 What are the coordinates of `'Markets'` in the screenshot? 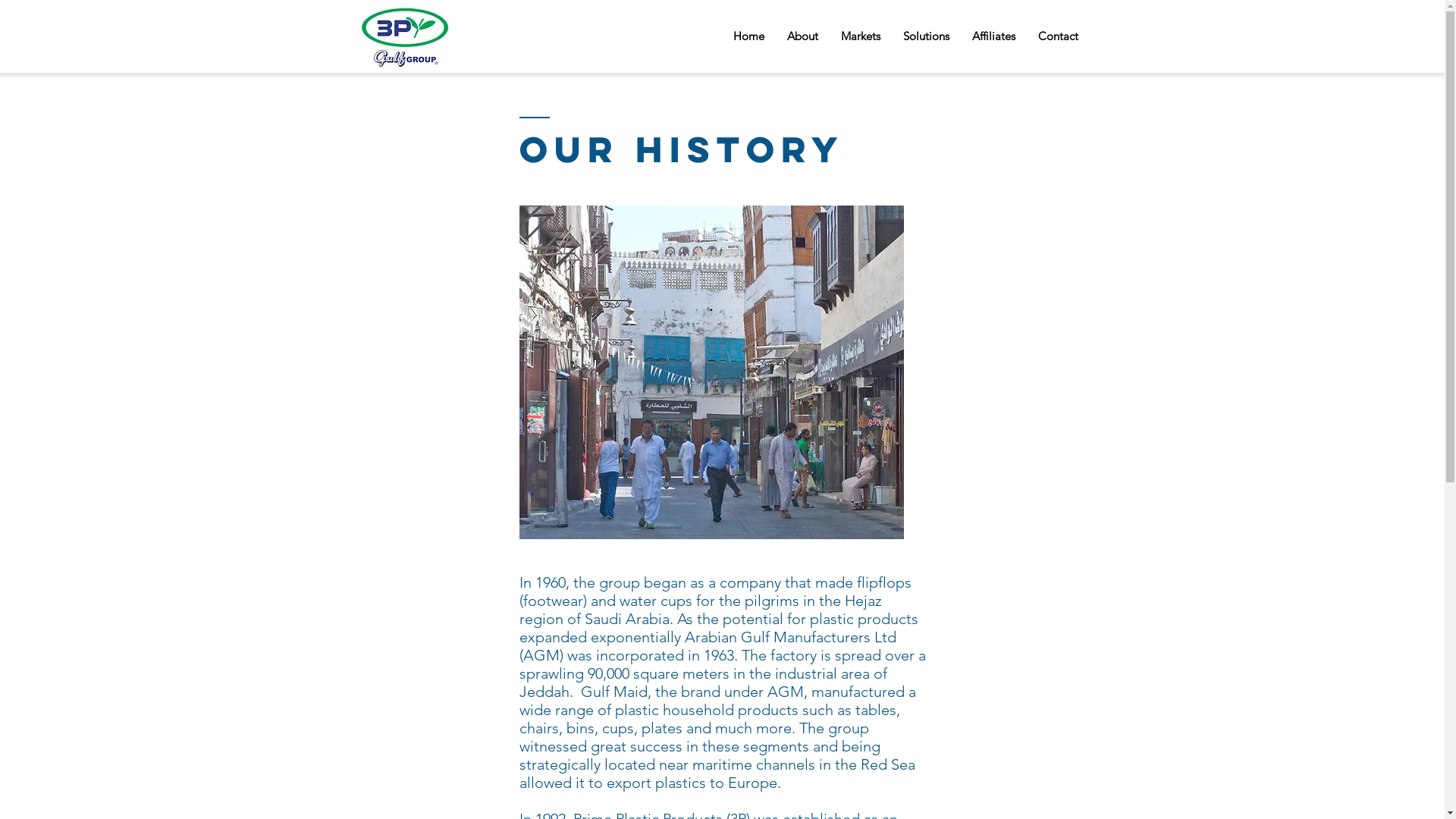 It's located at (860, 35).